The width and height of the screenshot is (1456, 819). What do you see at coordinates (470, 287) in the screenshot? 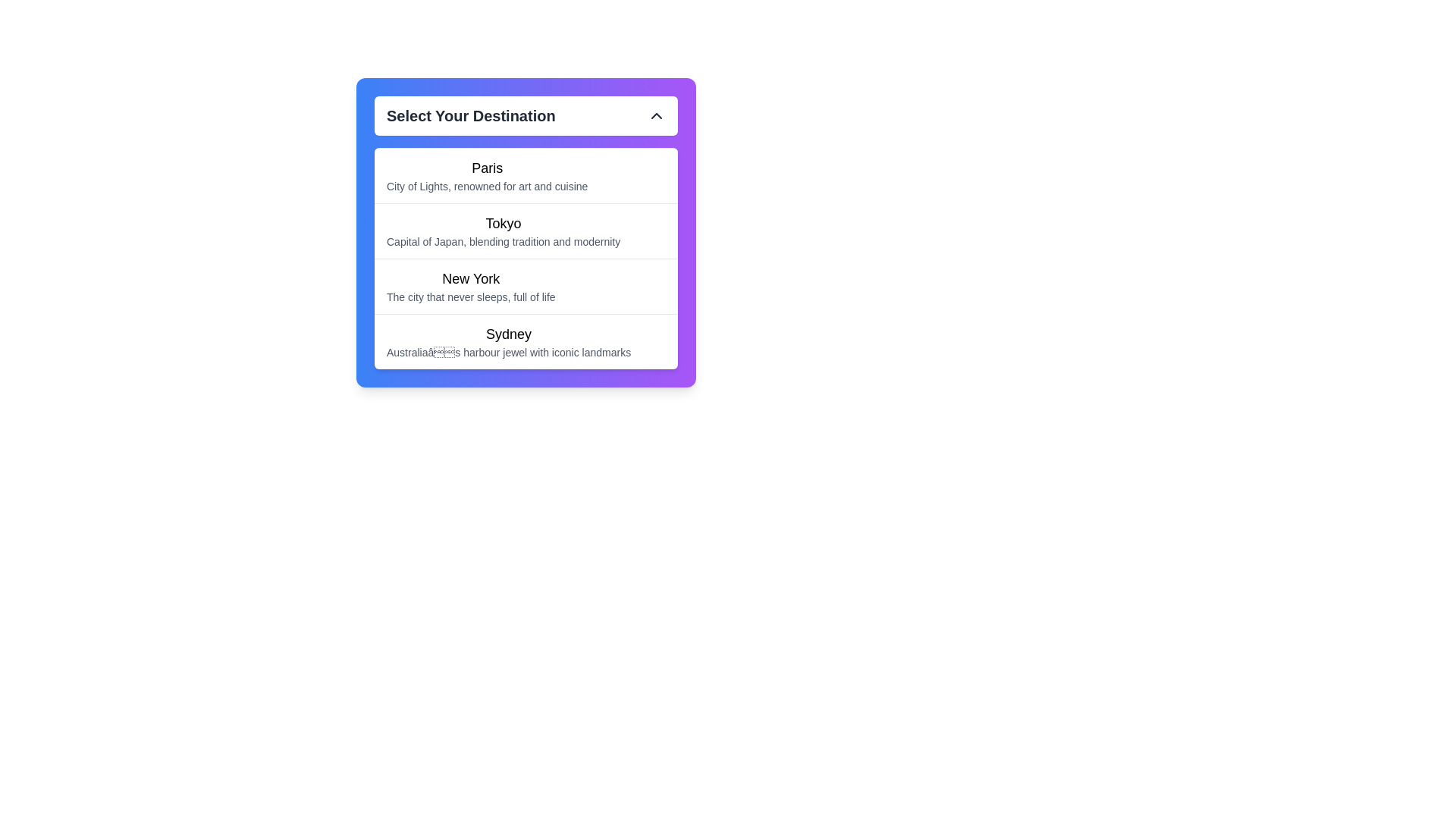
I see `the list item that displays information about New York` at bounding box center [470, 287].